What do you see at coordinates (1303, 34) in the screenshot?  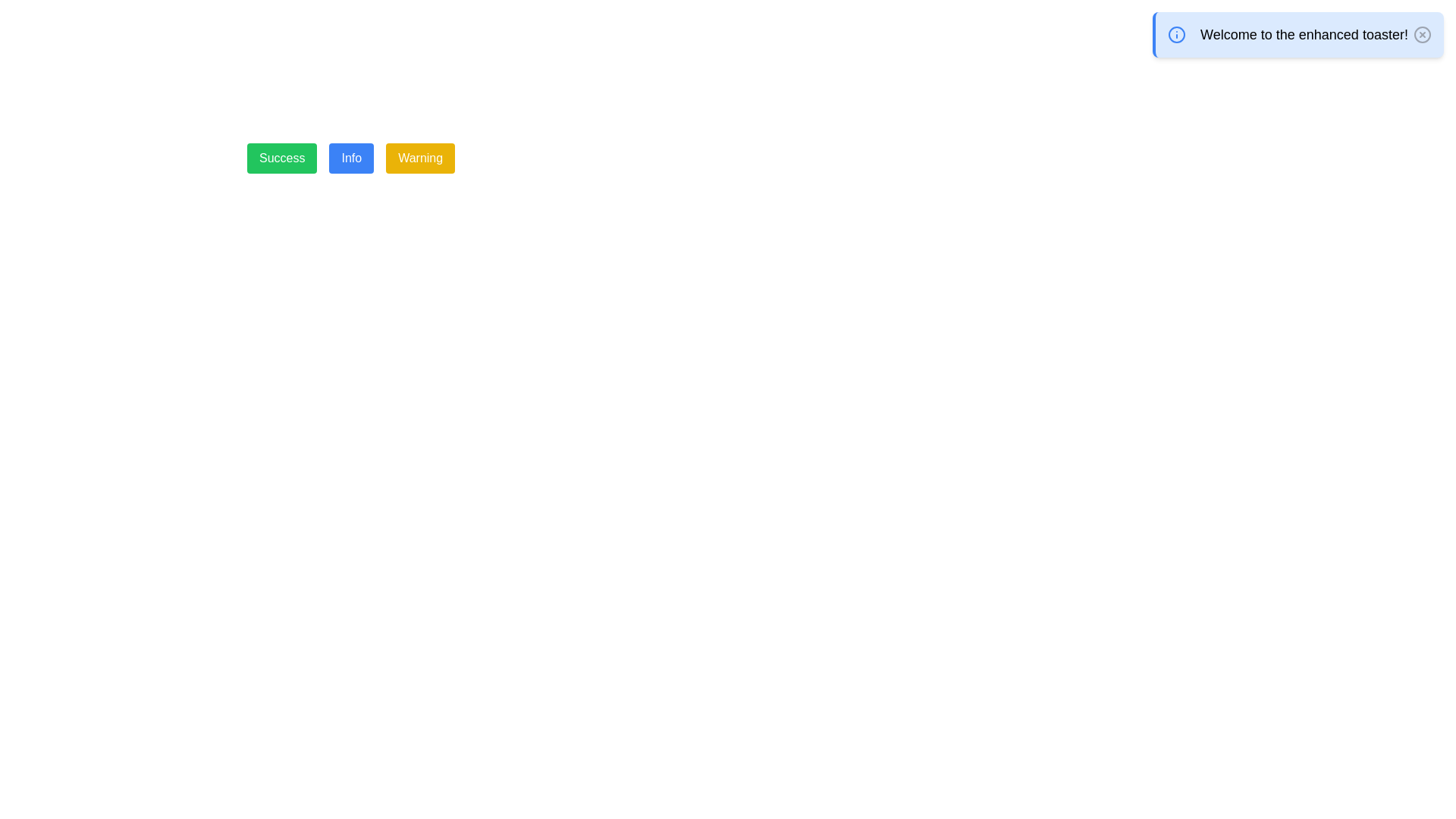 I see `the main message text of the blue notification card, which is centrally located within the card` at bounding box center [1303, 34].